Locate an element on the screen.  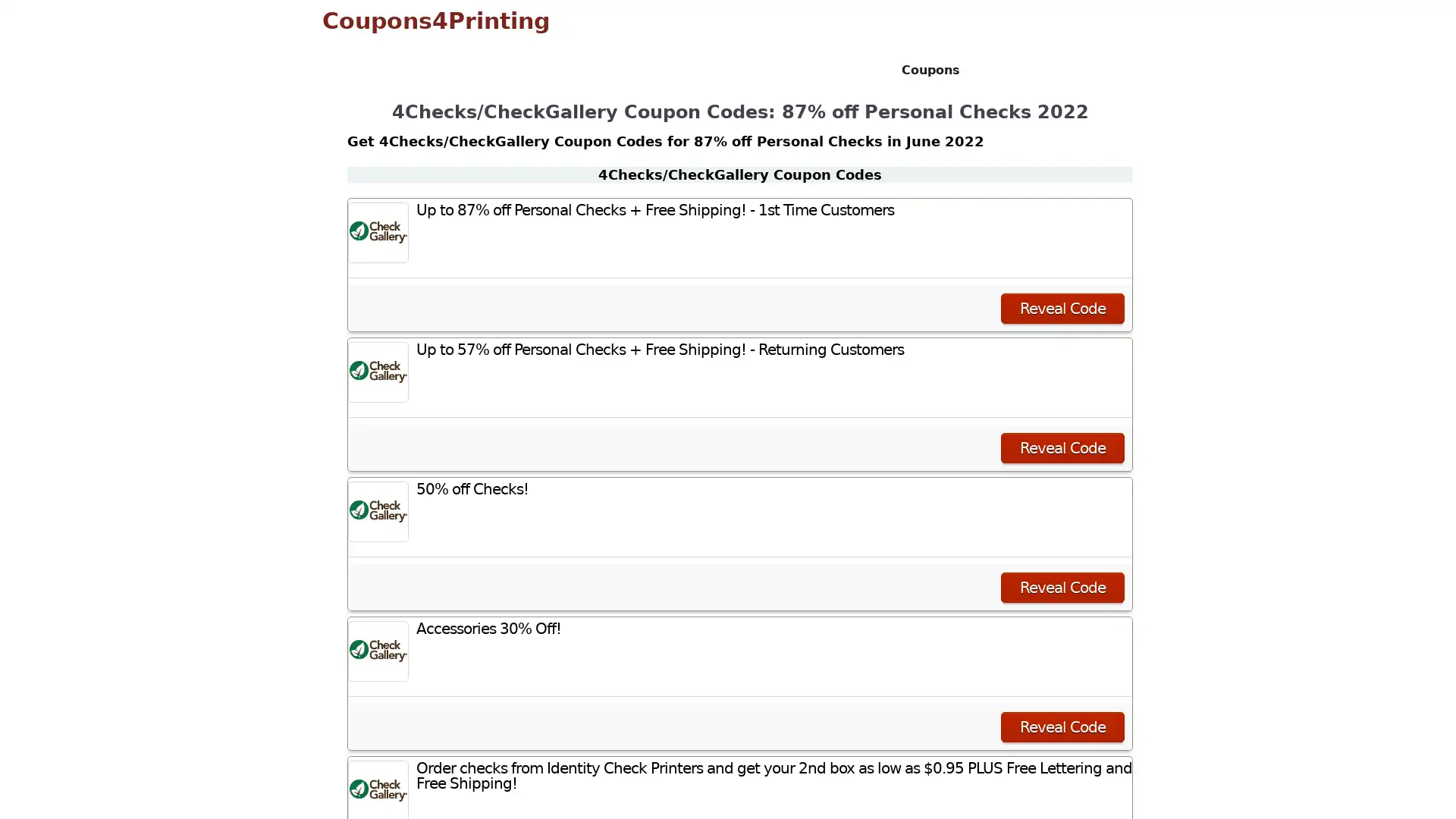
Reveal Code is located at coordinates (1062, 726).